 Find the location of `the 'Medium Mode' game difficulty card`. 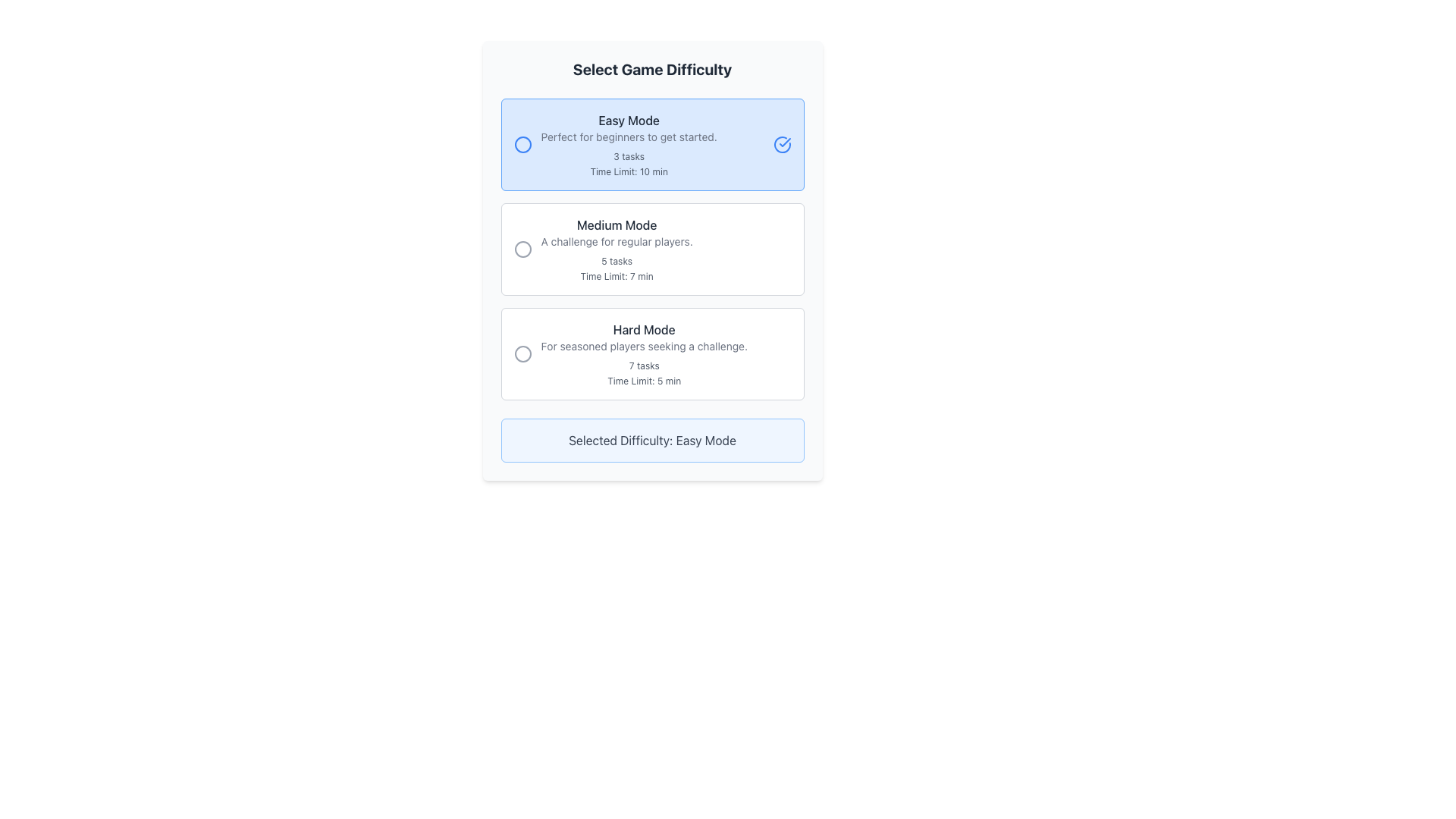

the 'Medium Mode' game difficulty card is located at coordinates (652, 248).